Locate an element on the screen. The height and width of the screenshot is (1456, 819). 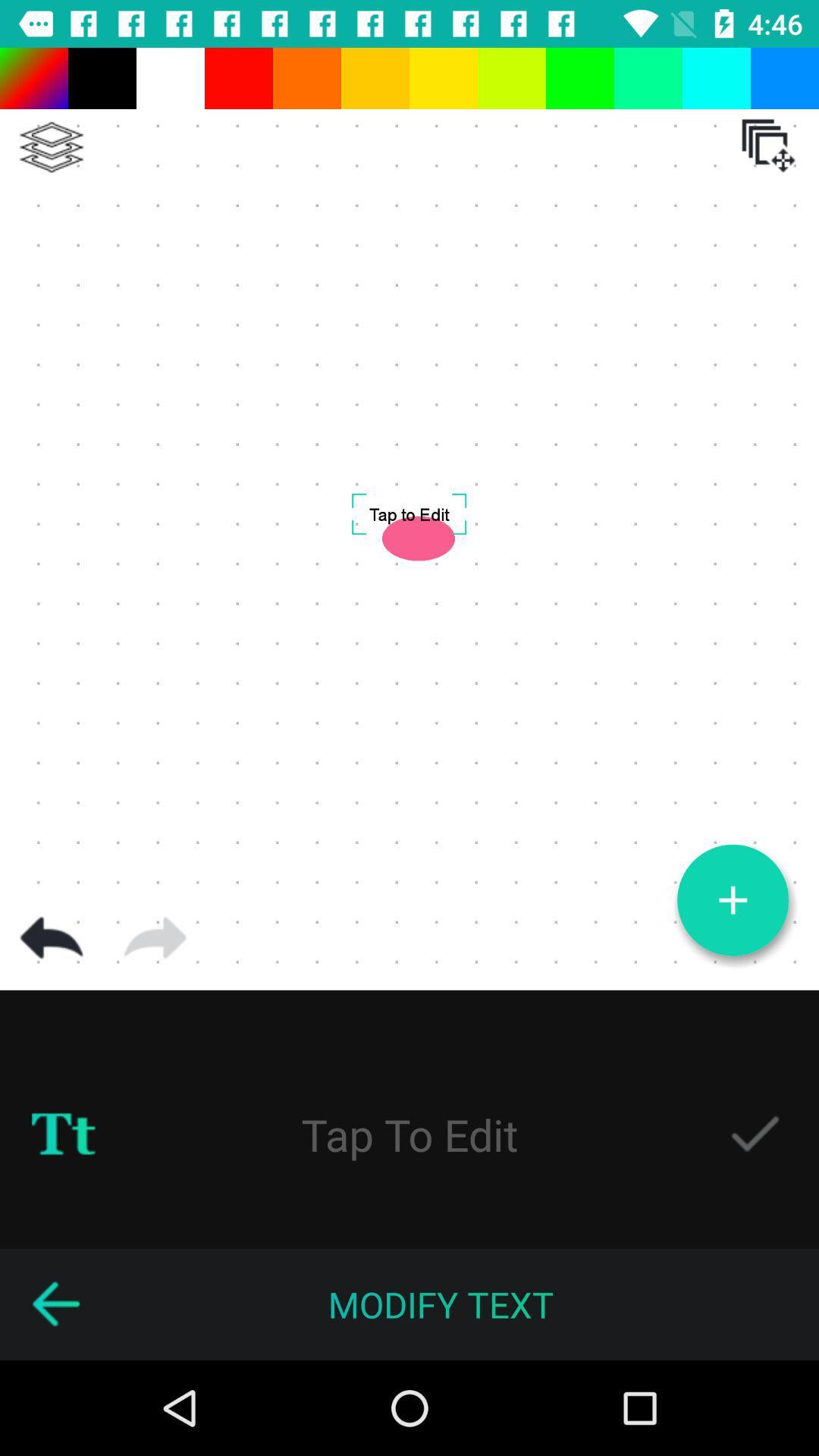
the right corner plus icon at bottom is located at coordinates (733, 900).